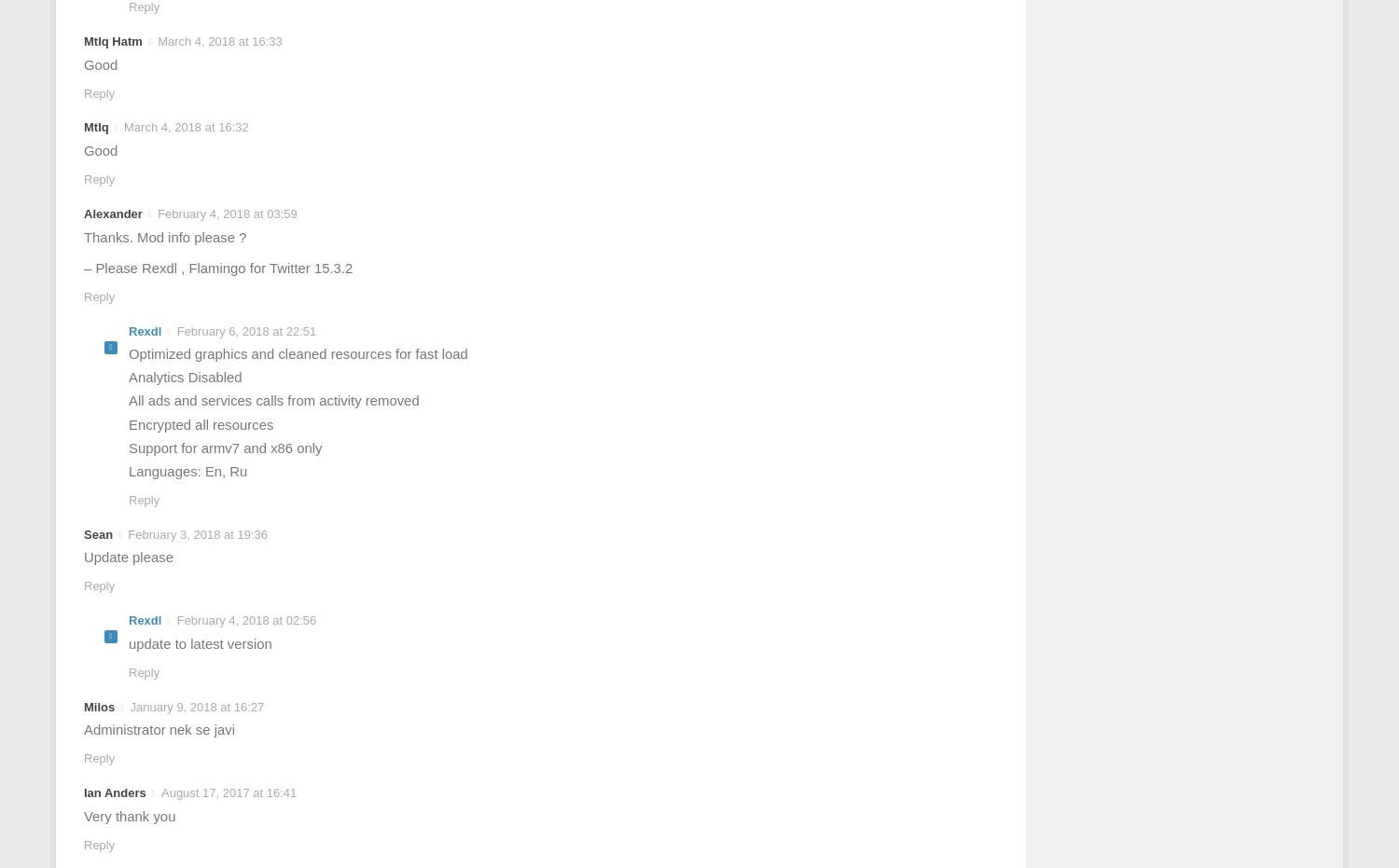  I want to click on 'January 9, 2018 at 16:27', so click(196, 706).